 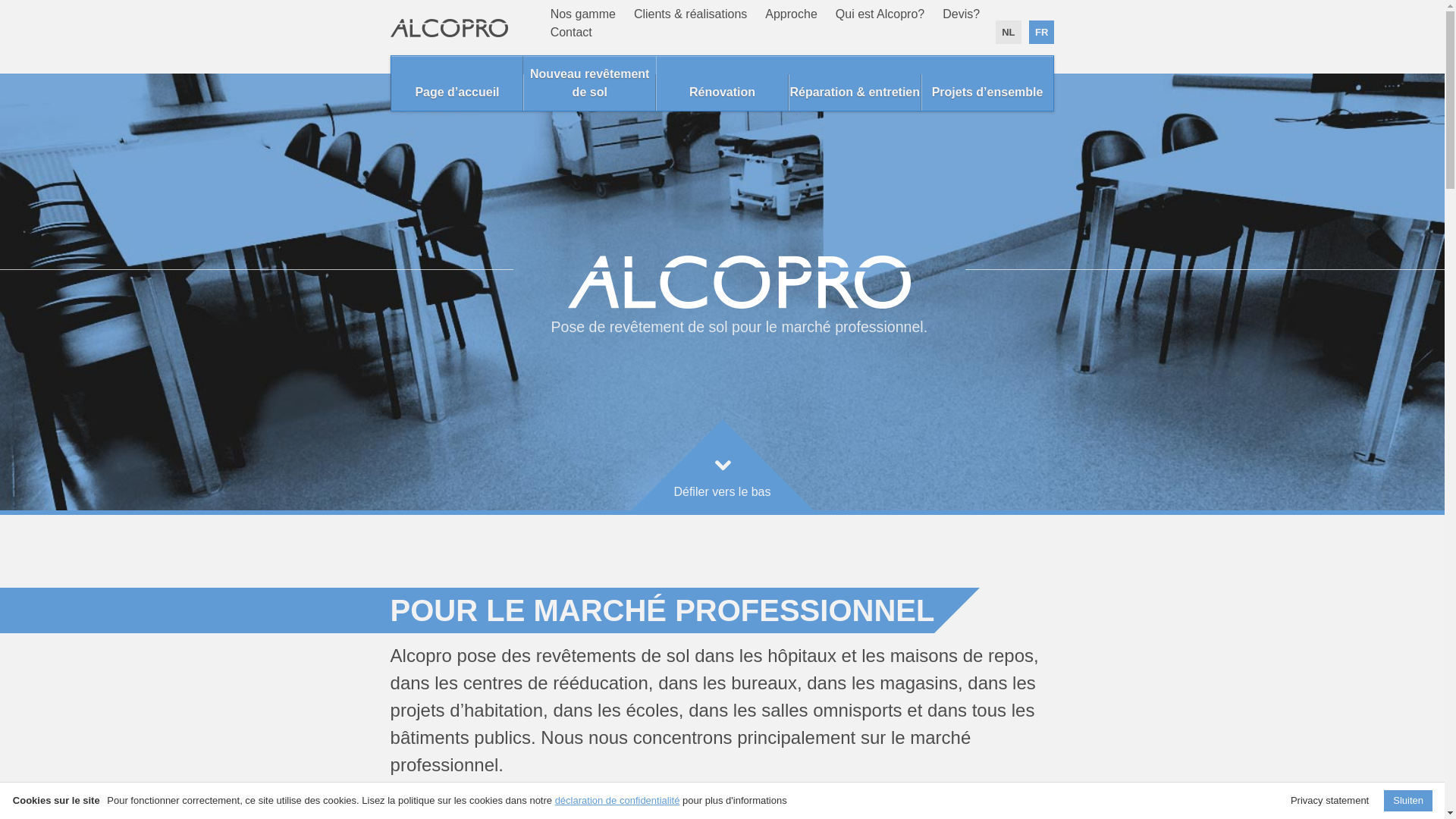 What do you see at coordinates (960, 14) in the screenshot?
I see `'Devis?'` at bounding box center [960, 14].